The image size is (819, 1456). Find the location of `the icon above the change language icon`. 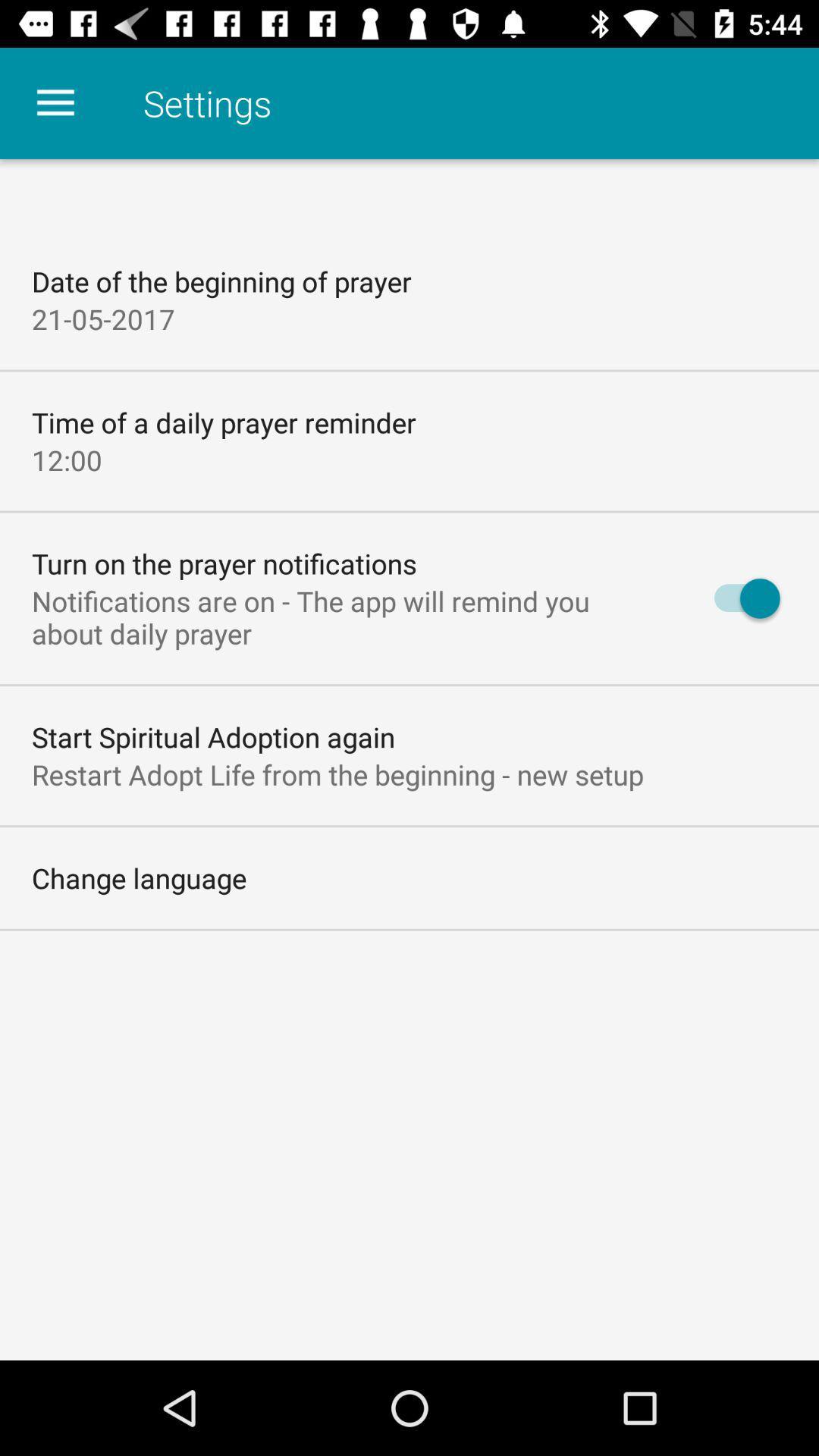

the icon above the change language icon is located at coordinates (337, 774).